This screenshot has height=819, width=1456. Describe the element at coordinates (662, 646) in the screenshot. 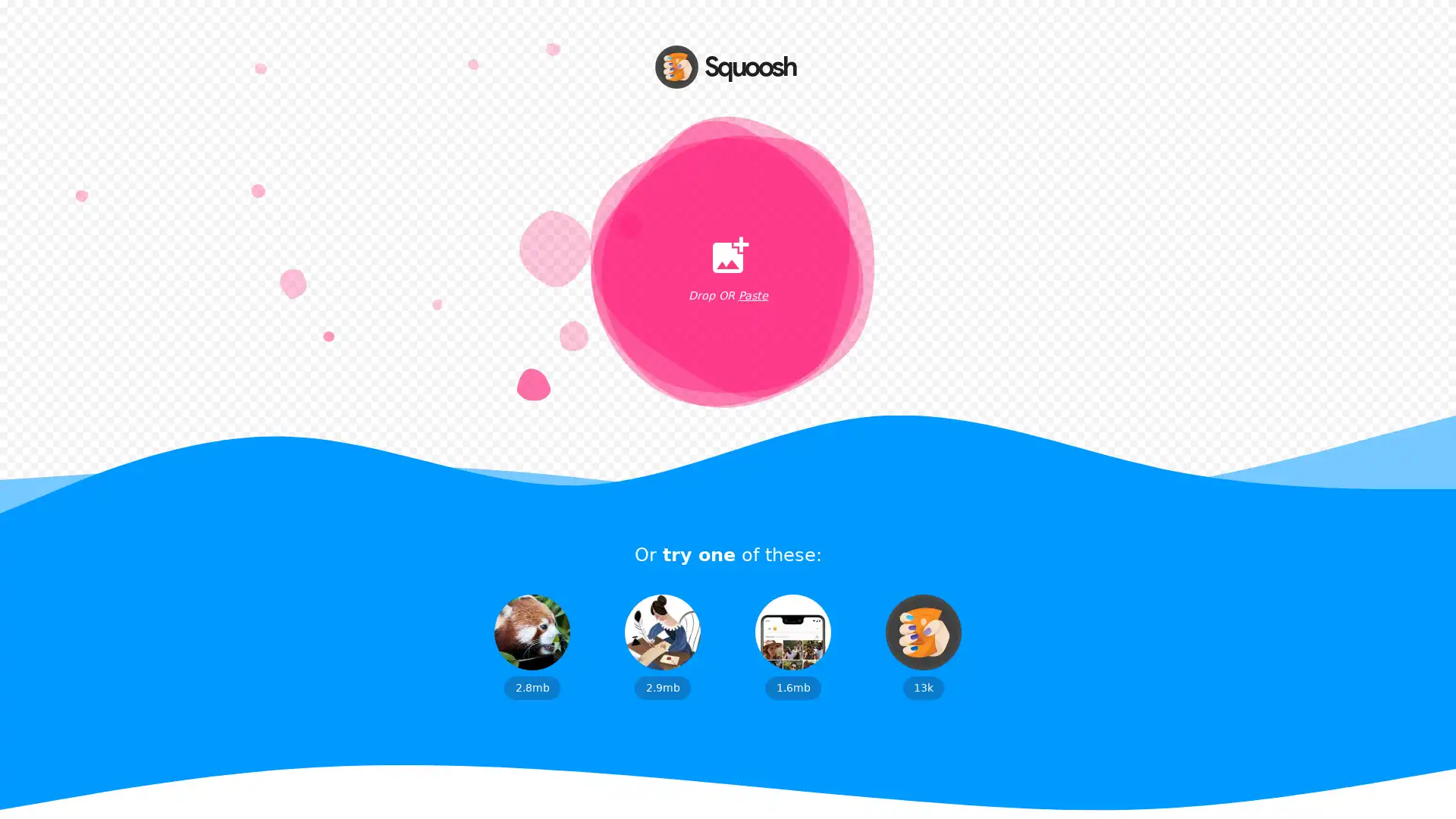

I see `Artwork 2.9mb` at that location.